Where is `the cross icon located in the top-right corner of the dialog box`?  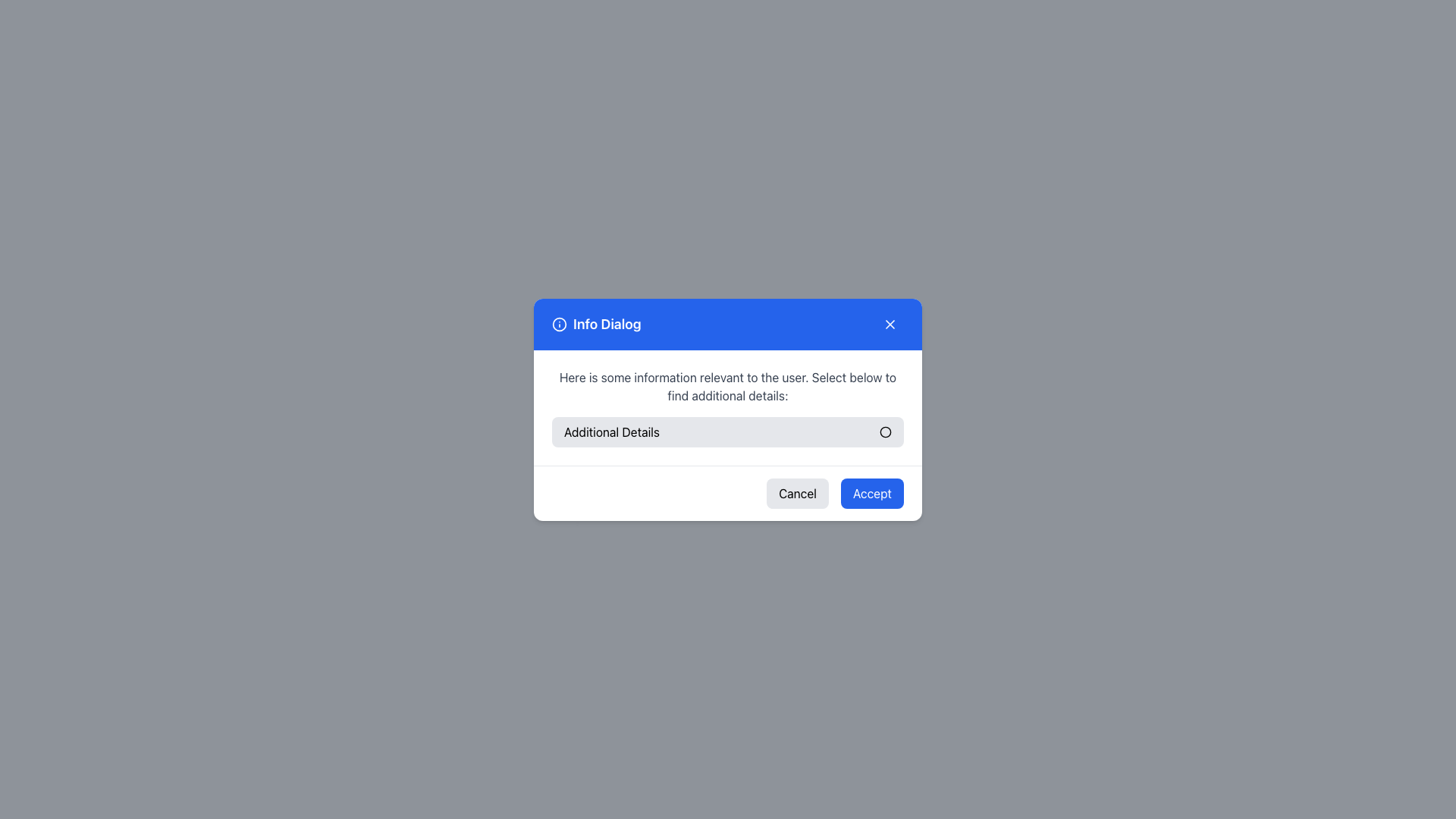
the cross icon located in the top-right corner of the dialog box is located at coordinates (890, 323).